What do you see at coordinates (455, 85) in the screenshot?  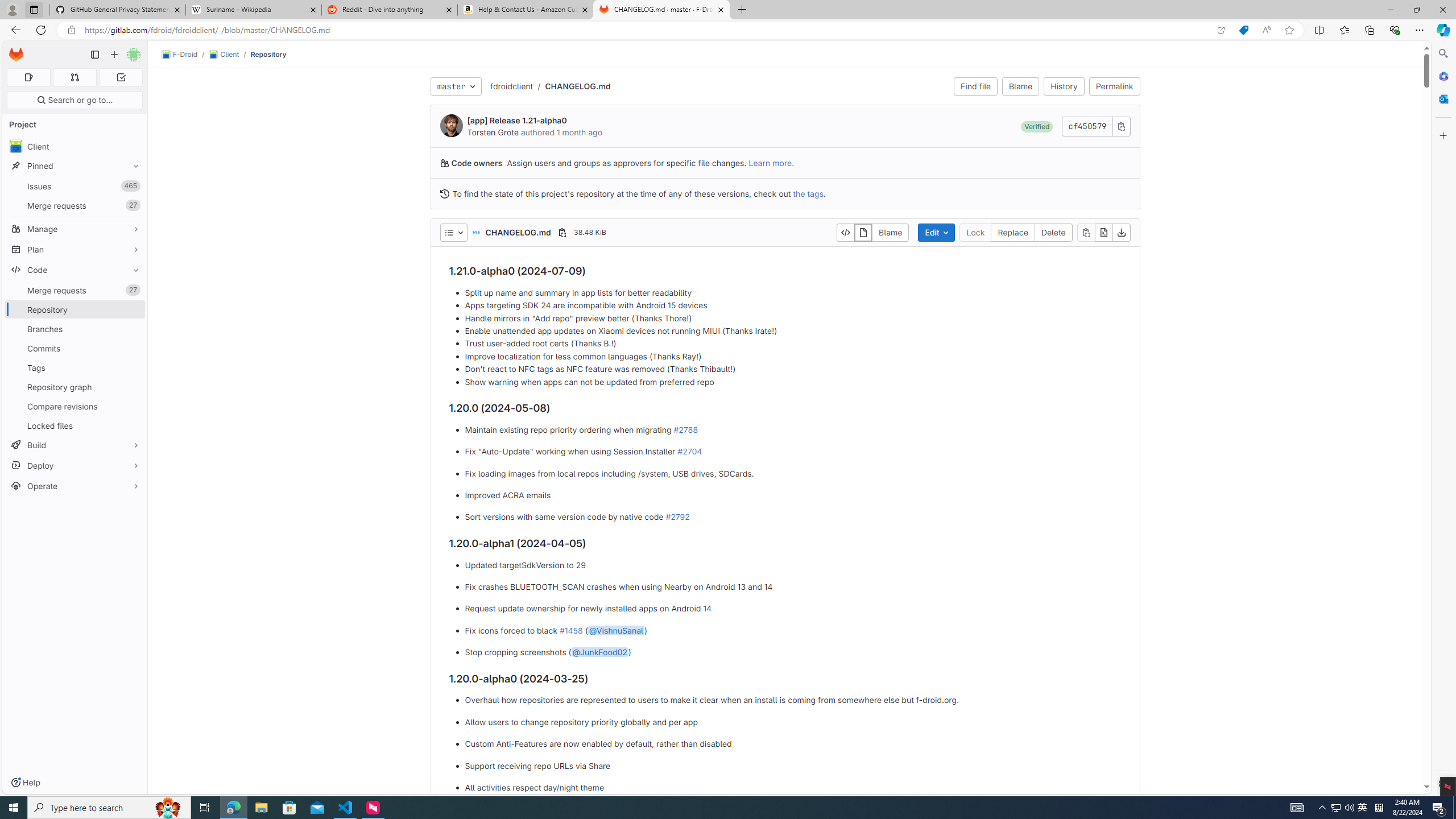 I see `'master'` at bounding box center [455, 85].